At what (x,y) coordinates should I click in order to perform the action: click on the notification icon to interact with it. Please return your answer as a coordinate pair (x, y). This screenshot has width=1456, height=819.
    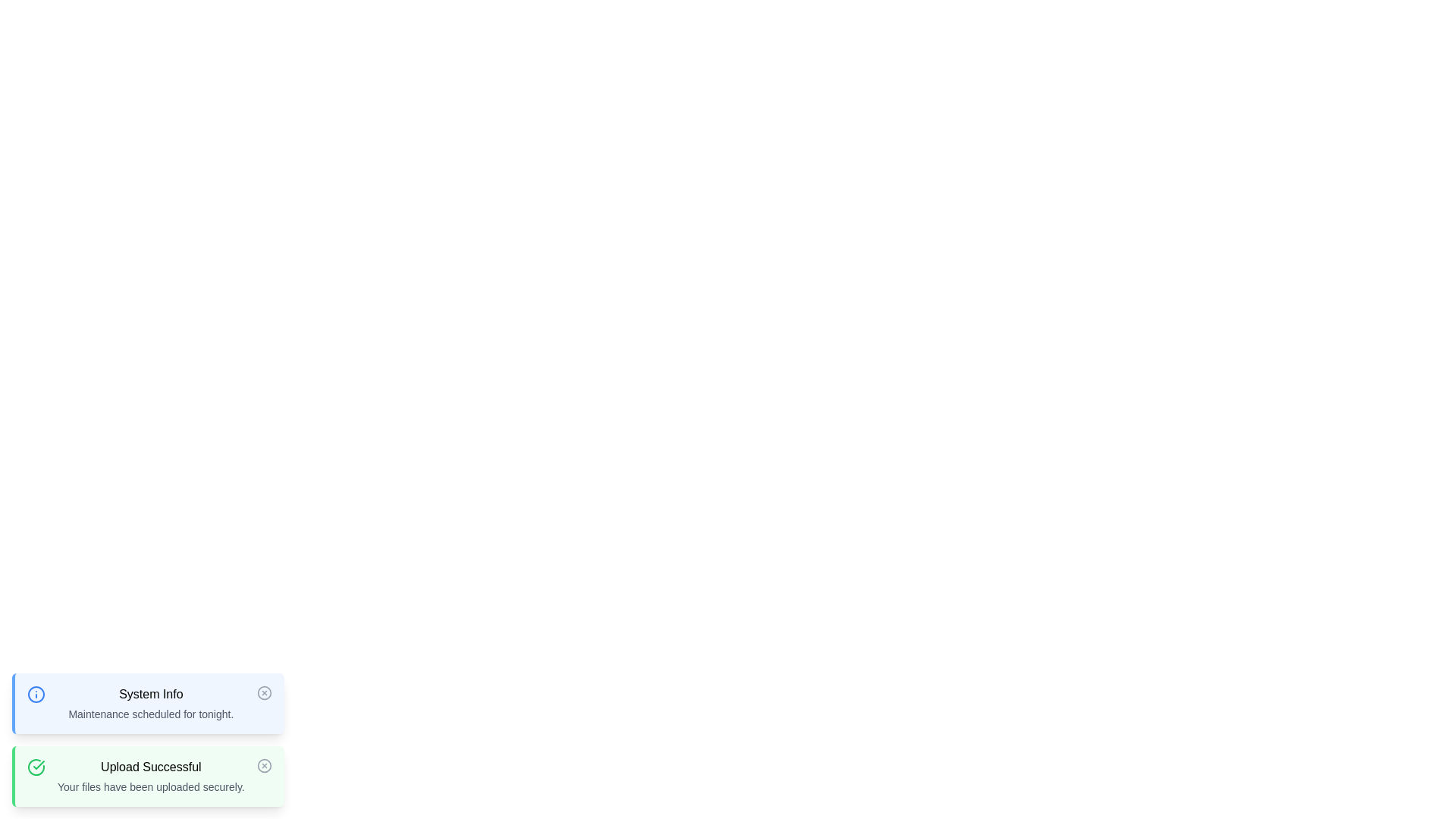
    Looking at the image, I should click on (36, 694).